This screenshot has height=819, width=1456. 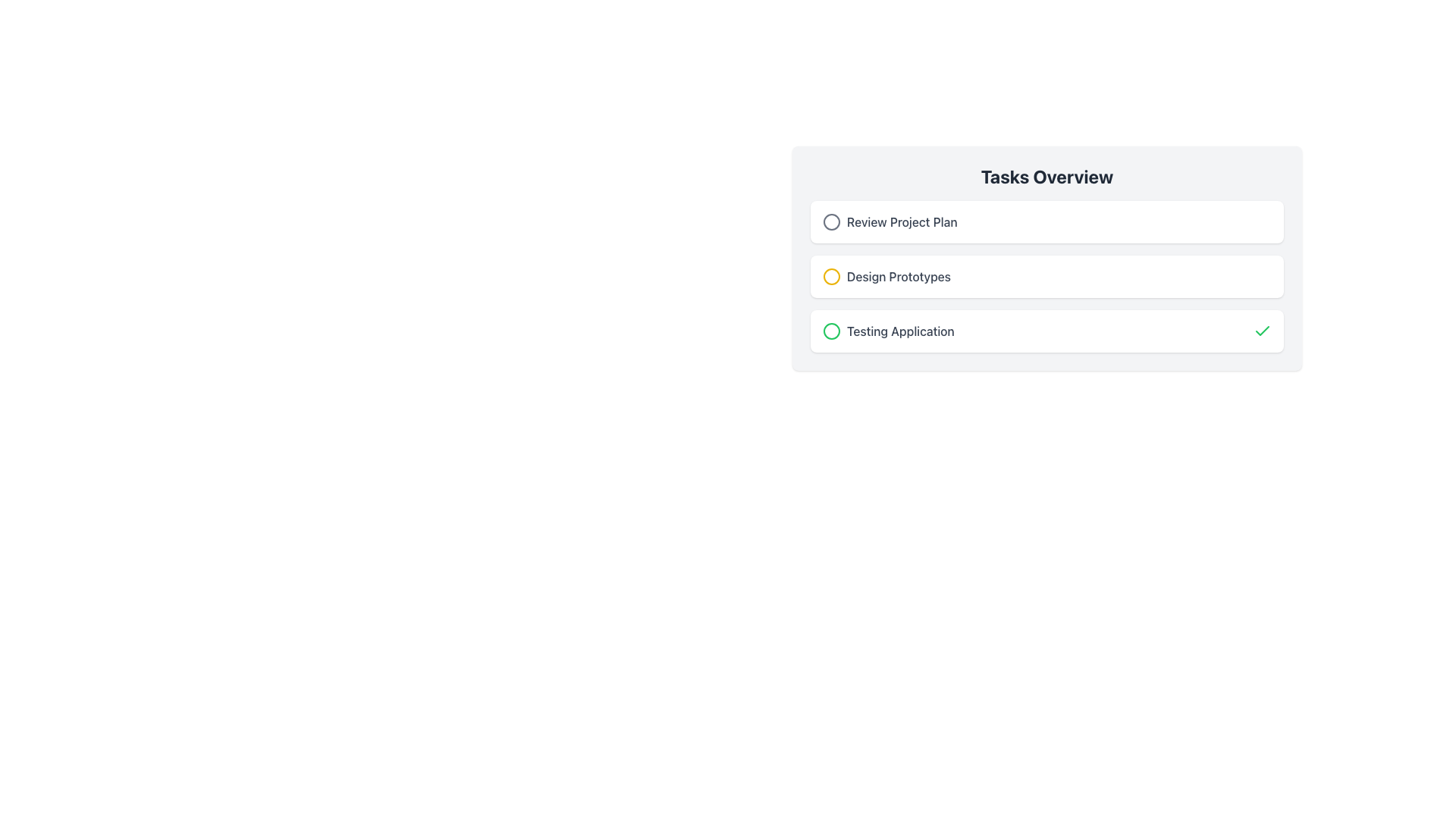 I want to click on the first task item in the task list named 'Review Project Plan', which is positioned at the top of the vertically stacked list, so click(x=890, y=222).